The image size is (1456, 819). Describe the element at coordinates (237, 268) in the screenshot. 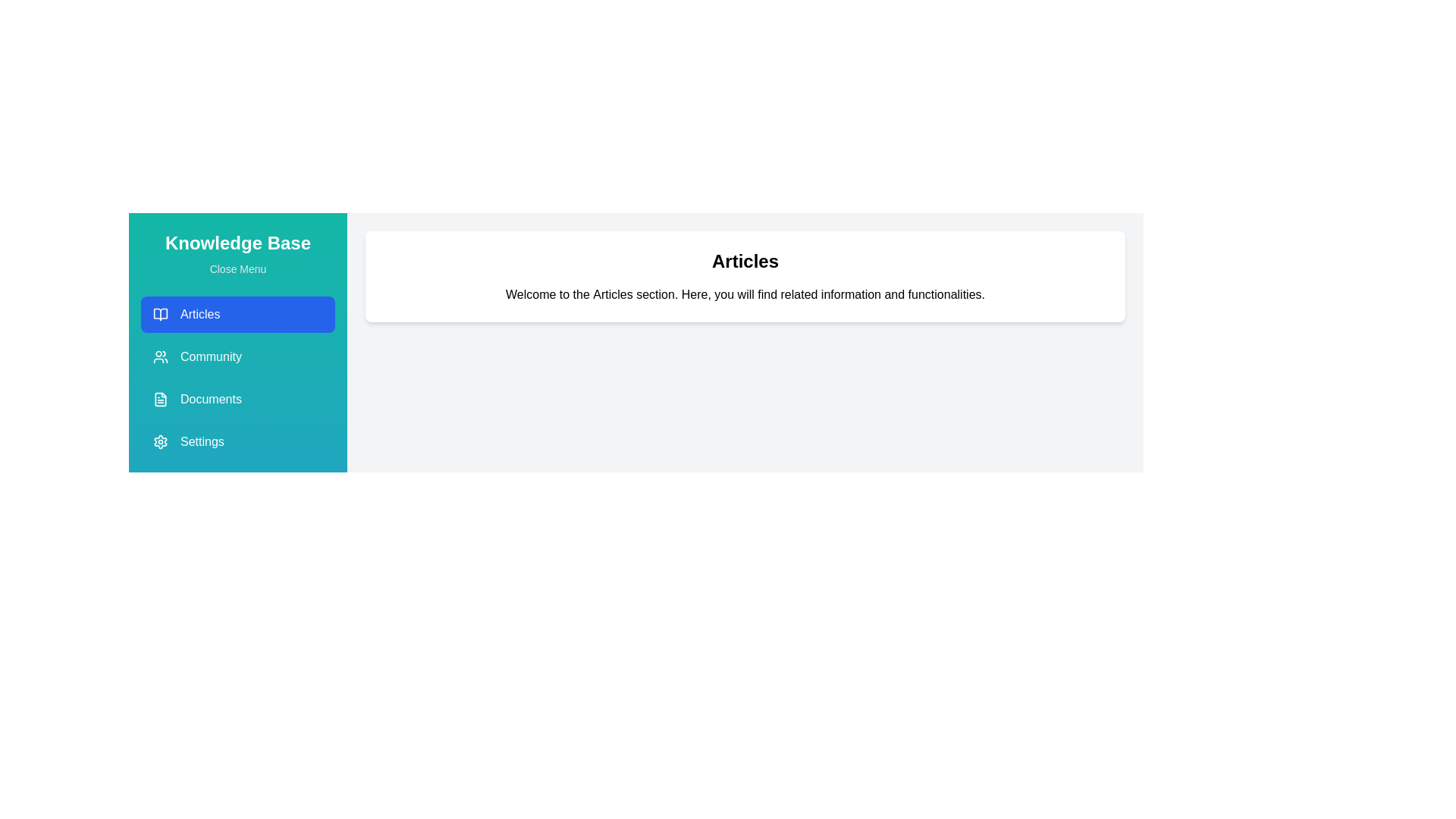

I see `the 'Close Menu' button to toggle the drawer visibility` at that location.